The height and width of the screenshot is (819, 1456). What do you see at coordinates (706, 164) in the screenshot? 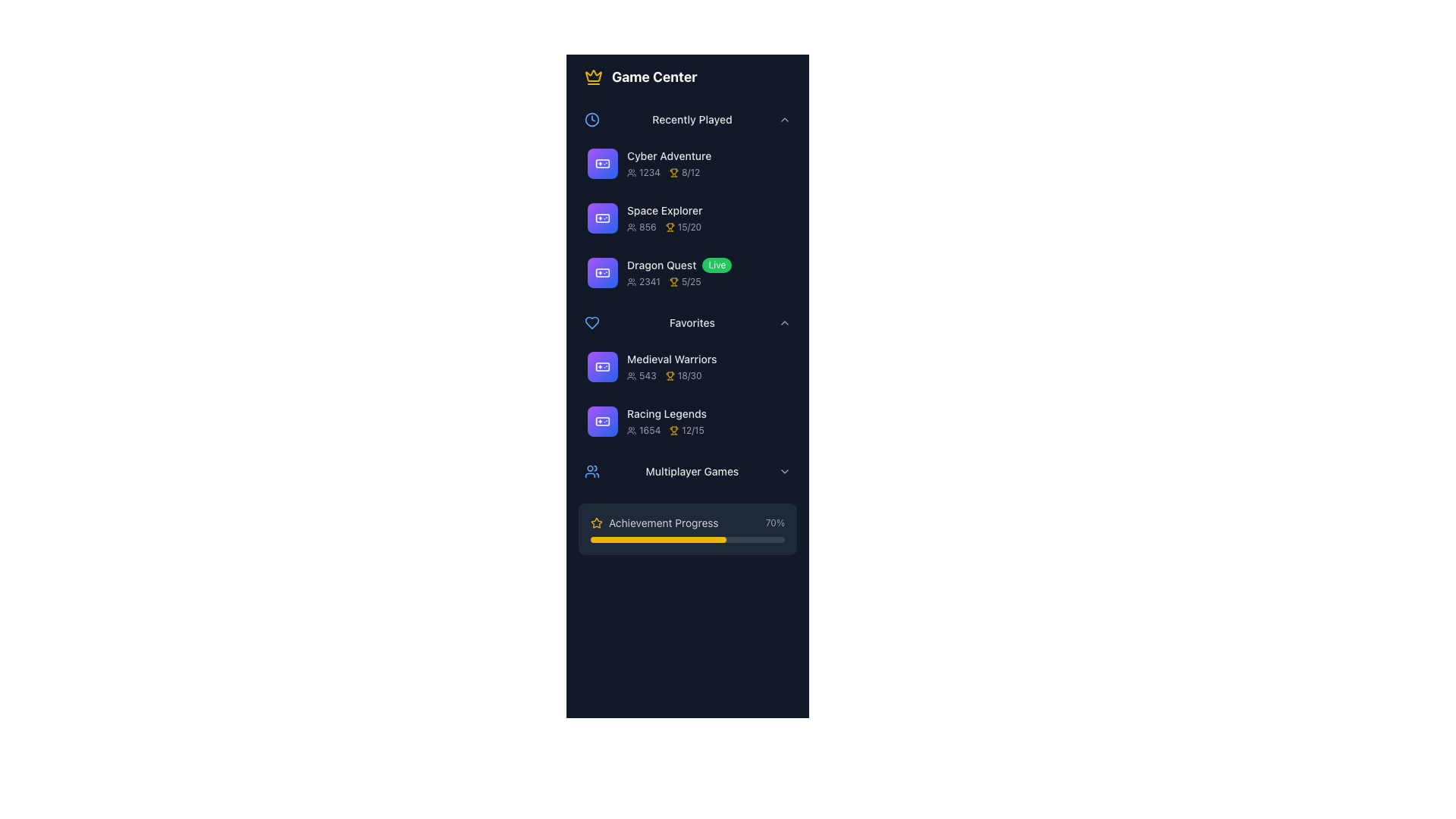
I see `the List item displaying 'Cyber Adventure' in the 'Recently Played' category` at bounding box center [706, 164].